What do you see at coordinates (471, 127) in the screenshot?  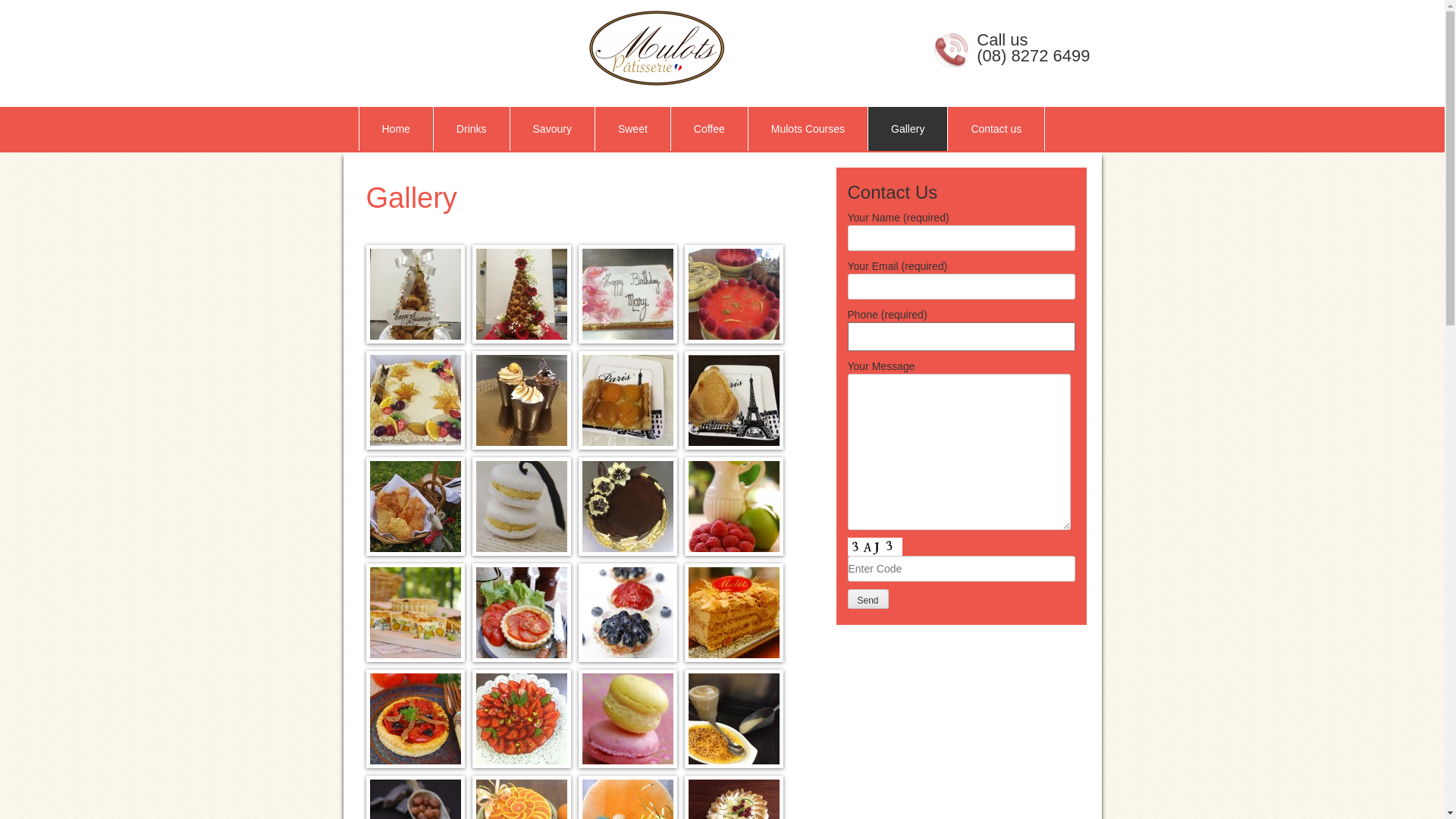 I see `'Drinks'` at bounding box center [471, 127].